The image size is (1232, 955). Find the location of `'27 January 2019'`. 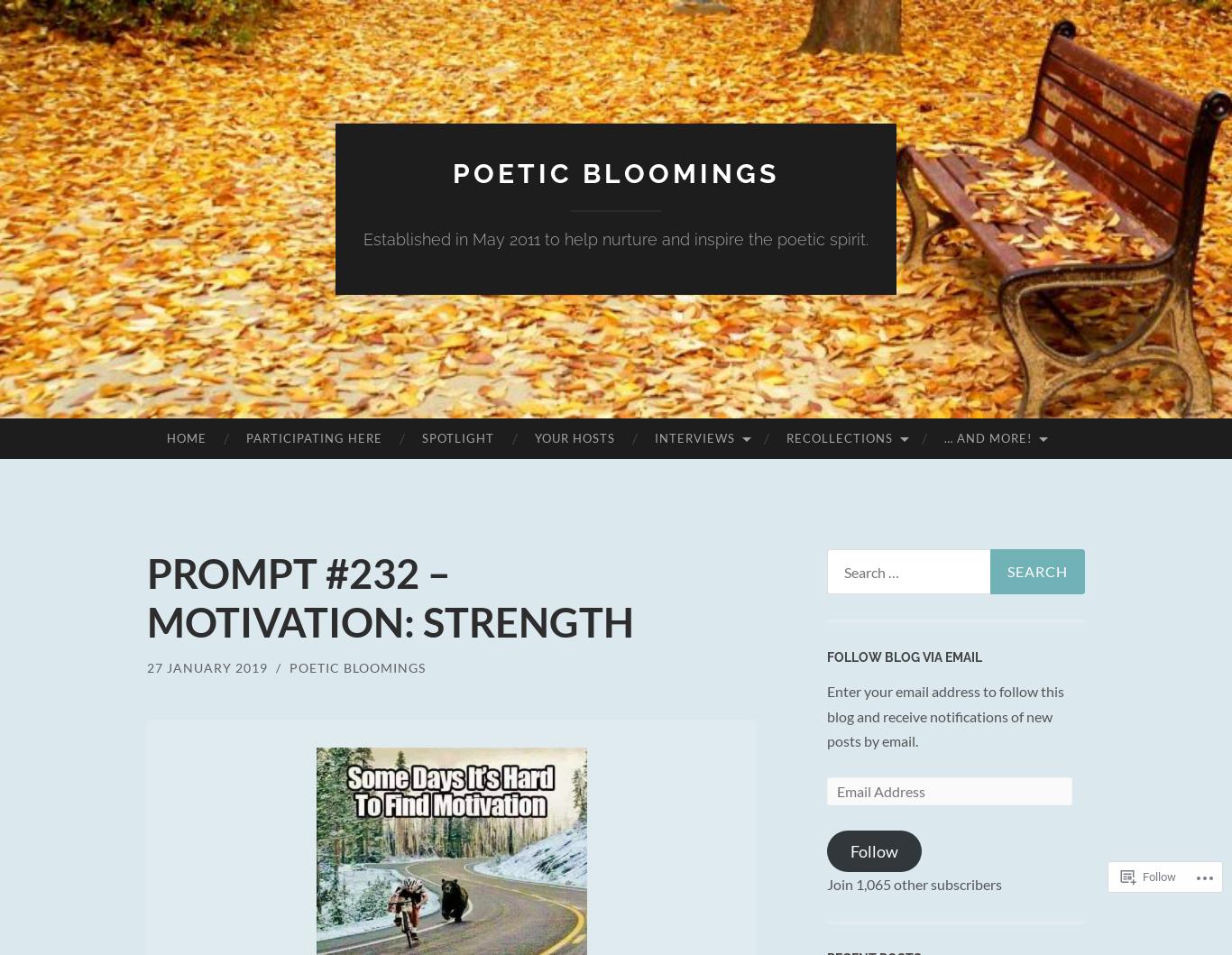

'27 January 2019' is located at coordinates (145, 667).